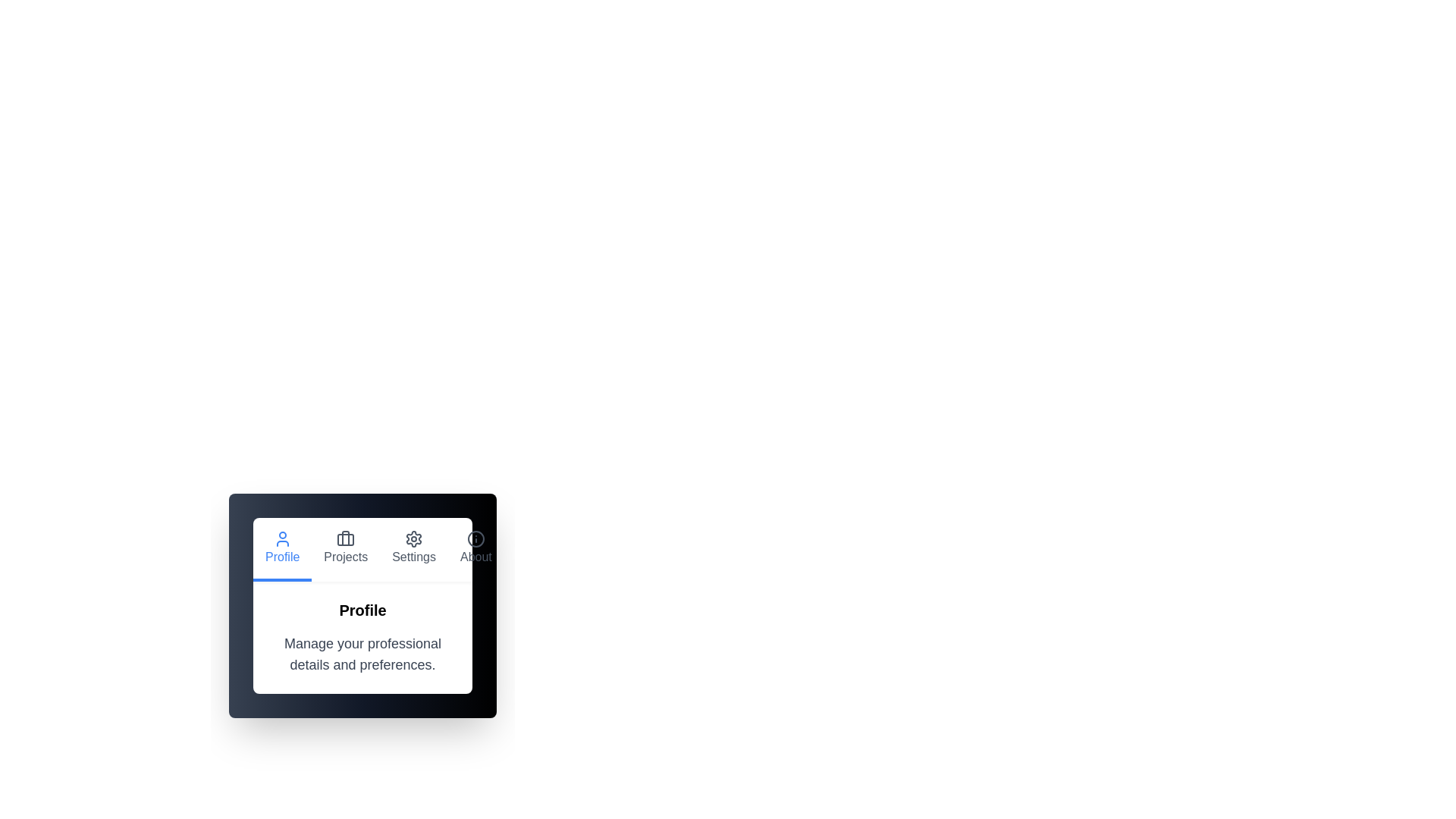  I want to click on the Settings tab to navigate to its corresponding content, so click(414, 550).